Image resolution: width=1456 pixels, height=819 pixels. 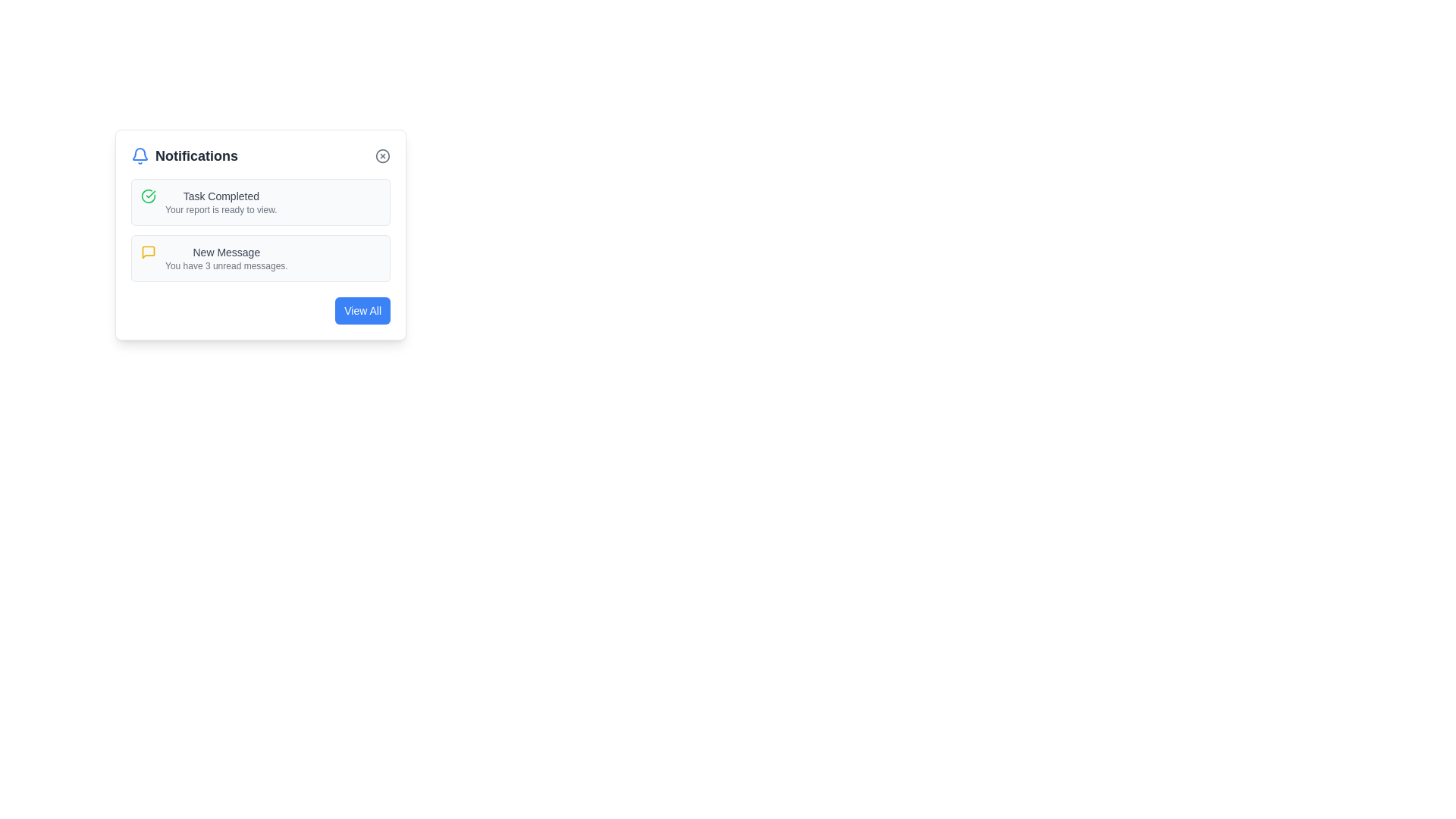 What do you see at coordinates (382, 155) in the screenshot?
I see `the circular button with a cross (X) inside it located at the top right corner of the 'Notifications' section` at bounding box center [382, 155].